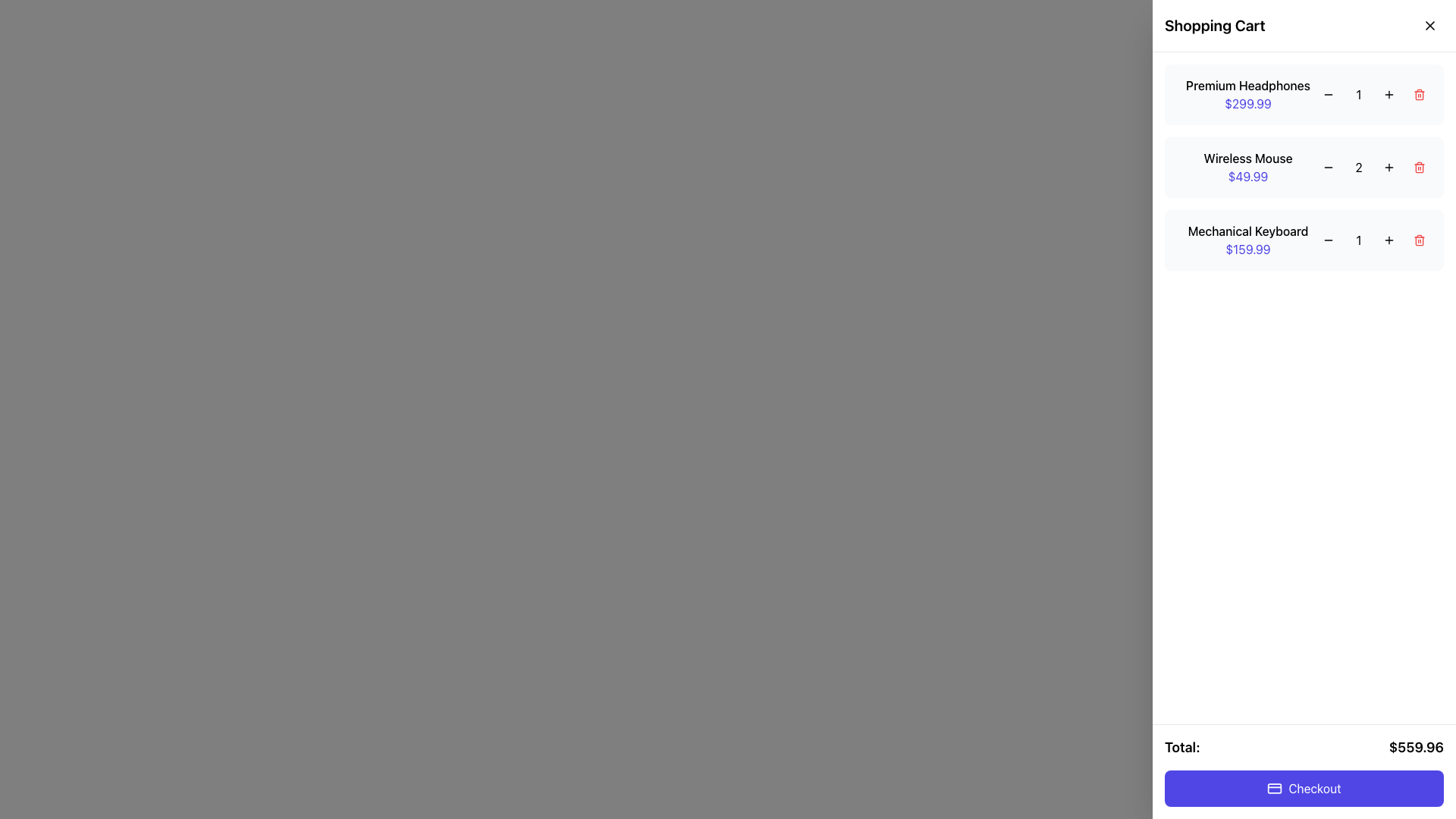  What do you see at coordinates (1248, 239) in the screenshot?
I see `text information displayed in the third item of the shopping cart, which shows 'Mechanical Keyboard' in bold black font above the price '$159.99' in blue font` at bounding box center [1248, 239].